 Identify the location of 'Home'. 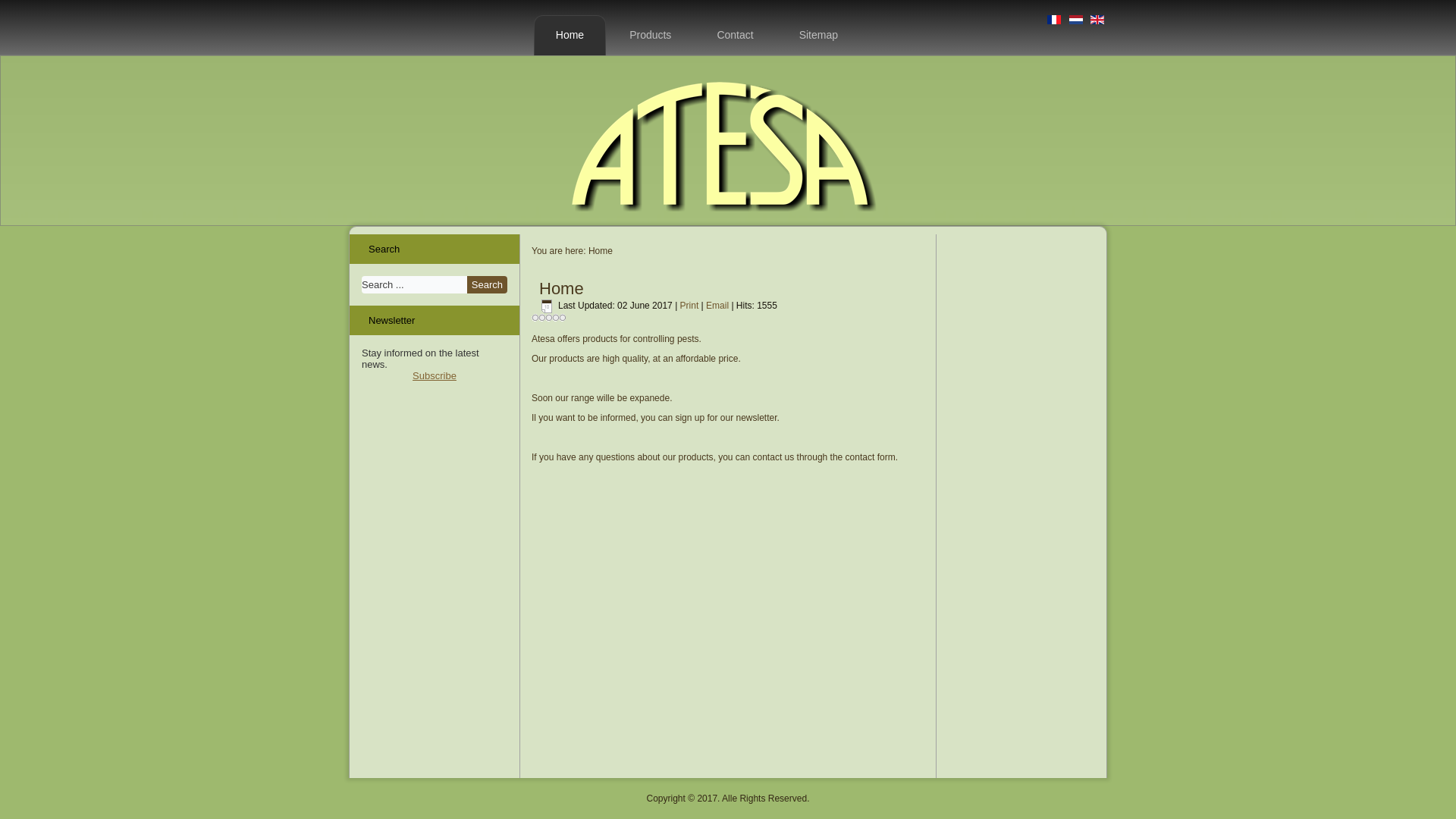
(569, 34).